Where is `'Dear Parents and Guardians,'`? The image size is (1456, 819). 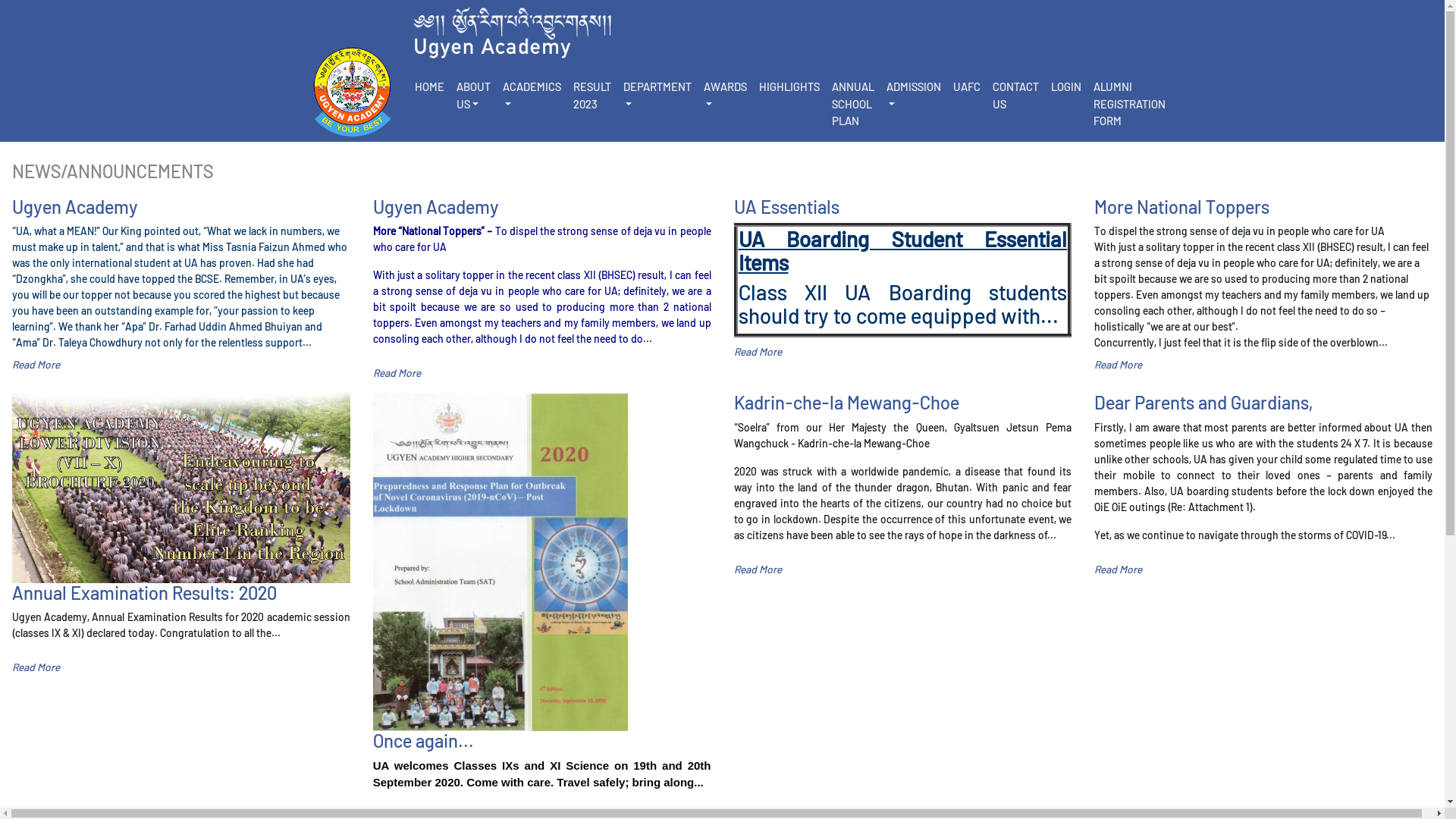
'Dear Parents and Guardians,' is located at coordinates (1094, 402).